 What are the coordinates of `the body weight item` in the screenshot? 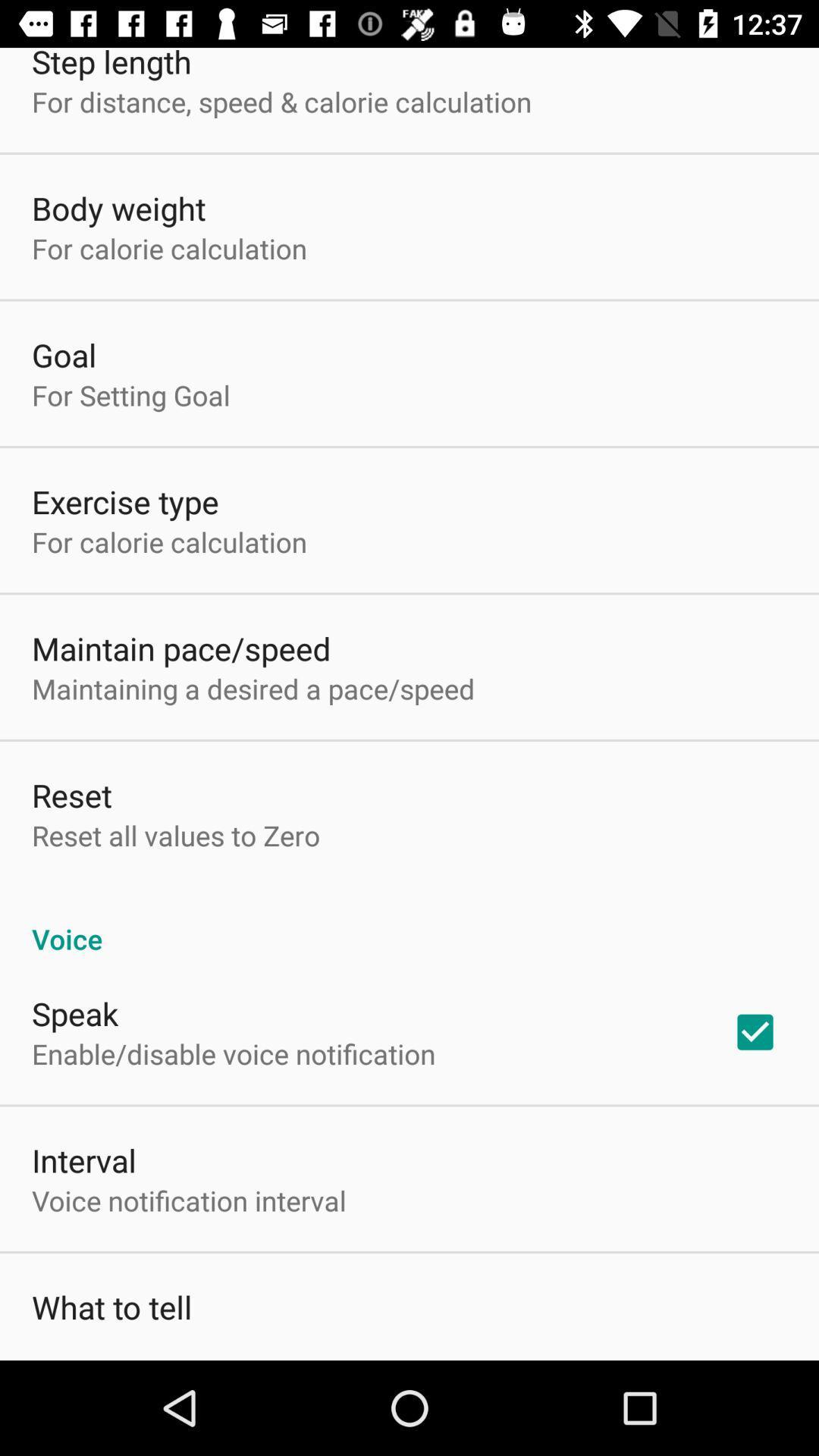 It's located at (118, 207).